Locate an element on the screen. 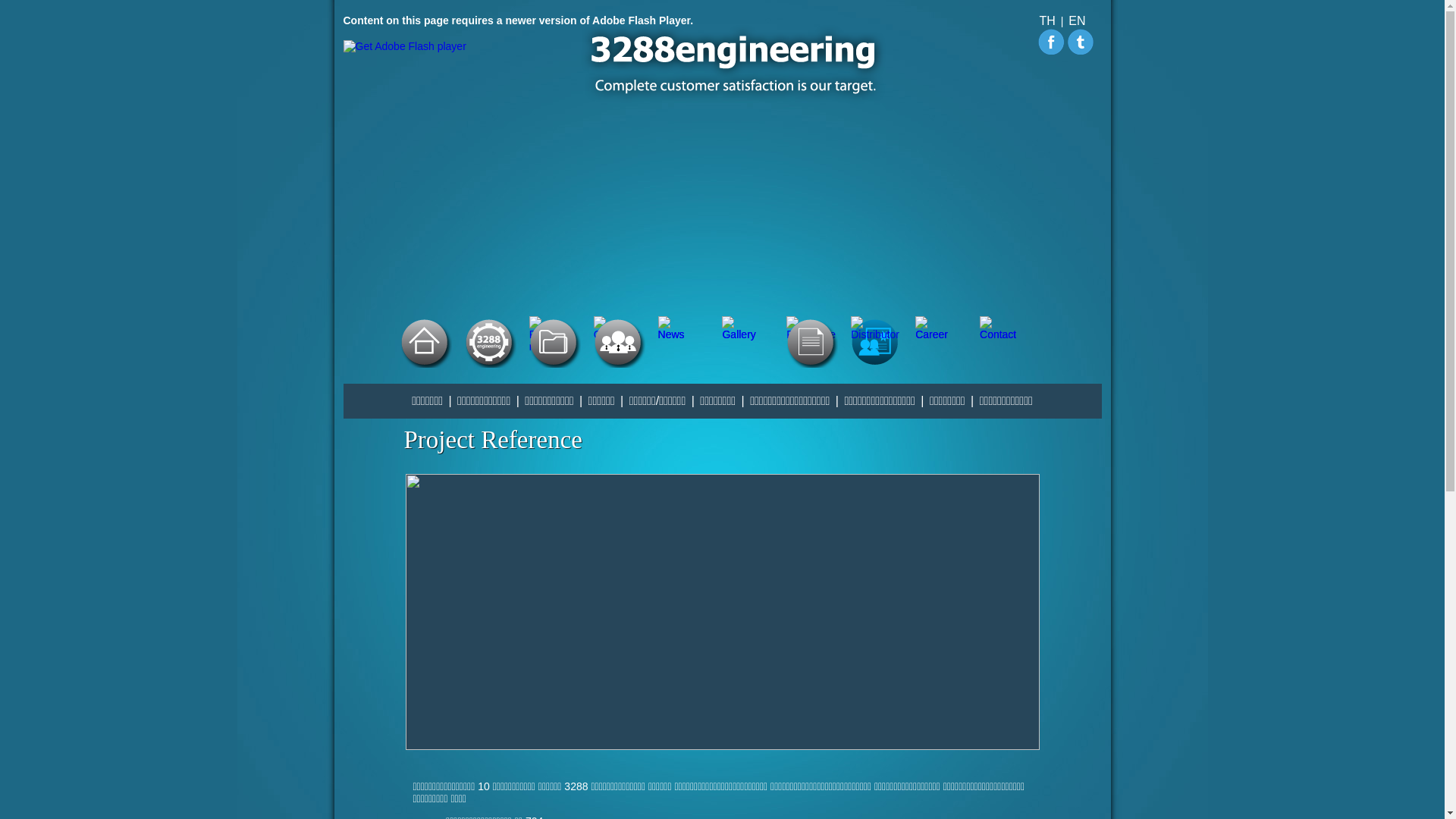  'TH' is located at coordinates (1046, 20).